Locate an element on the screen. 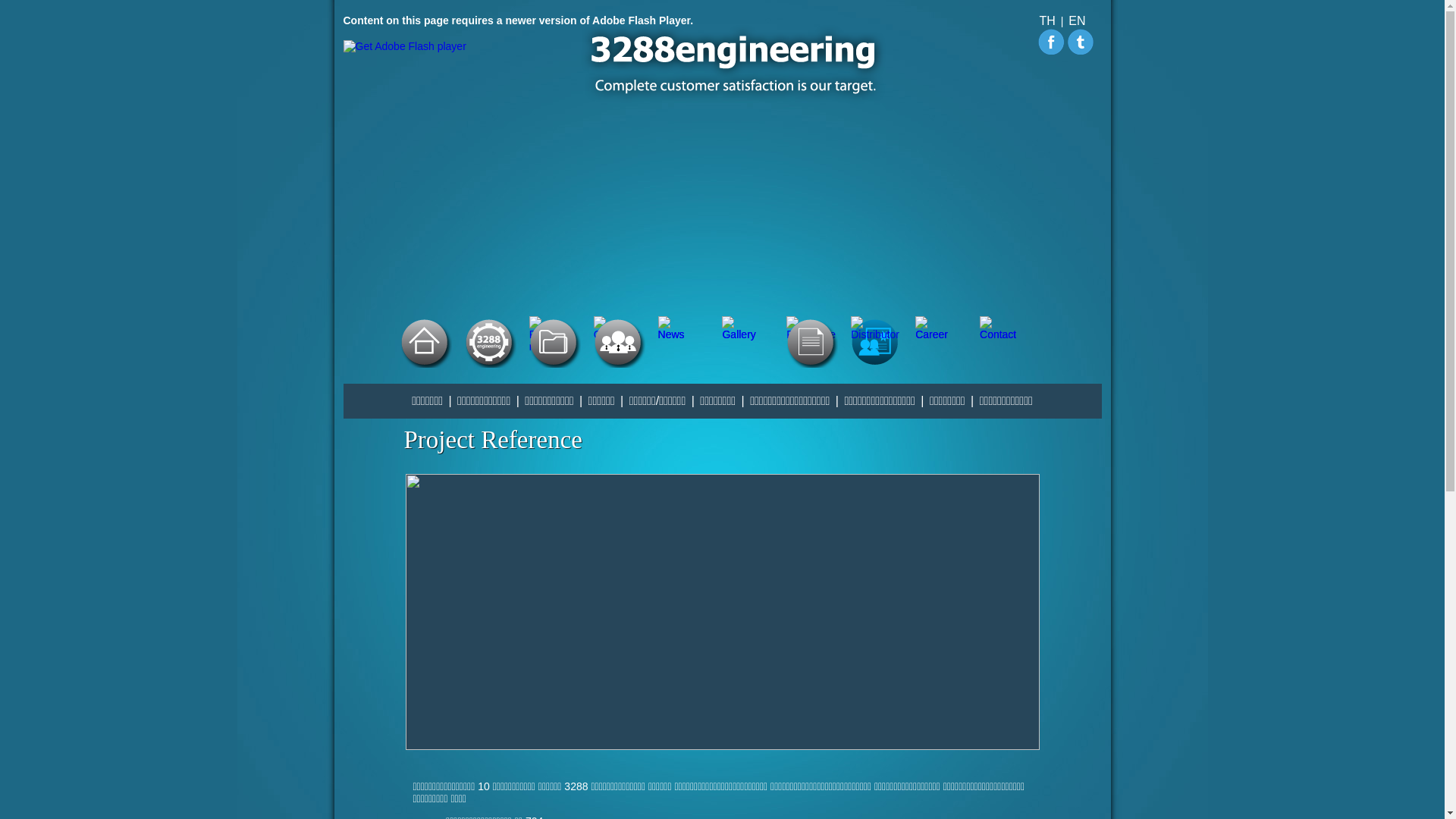  'TH' is located at coordinates (1046, 20).